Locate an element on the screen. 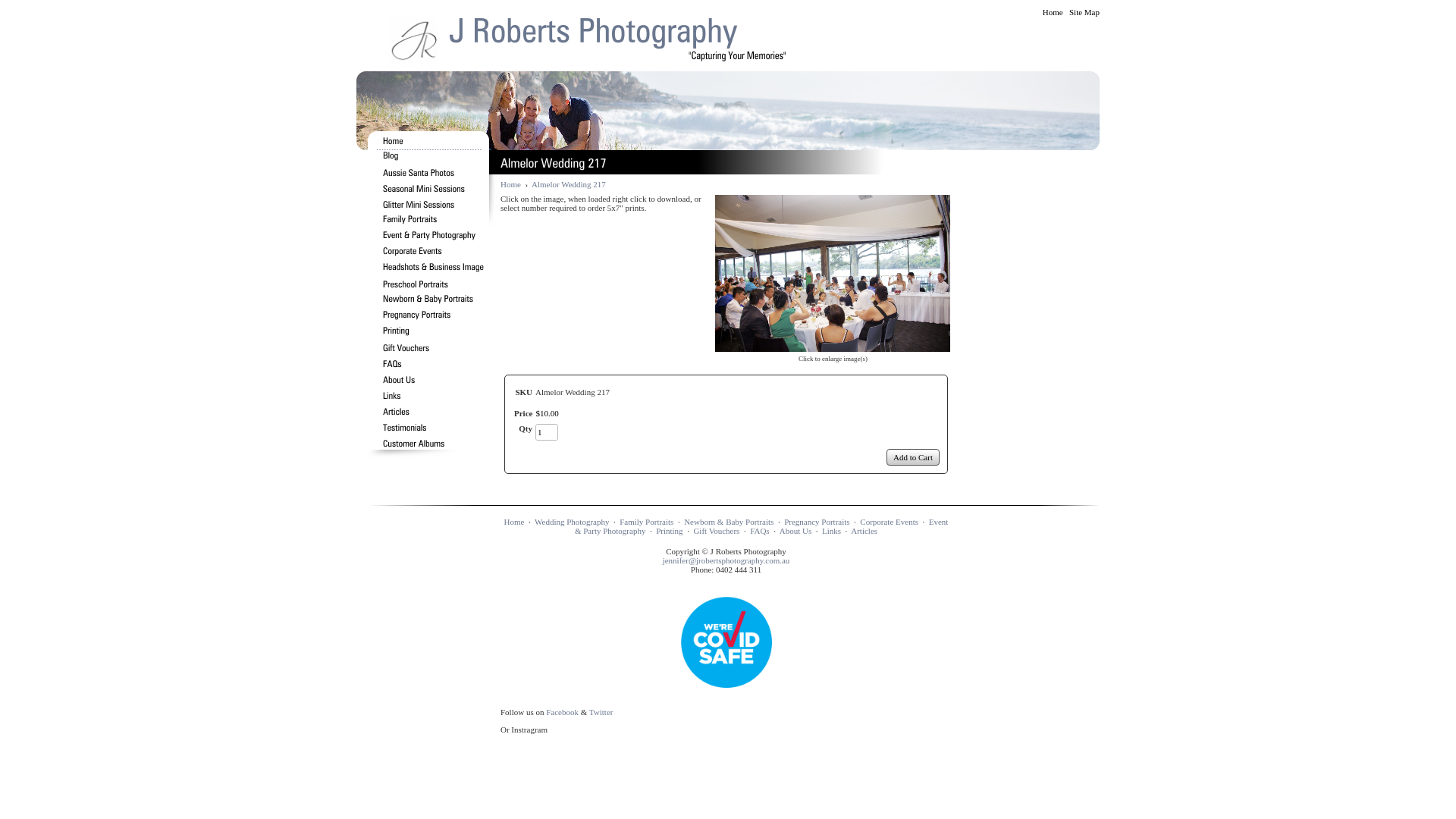 The width and height of the screenshot is (1456, 819). 'Twitter' is located at coordinates (600, 711).